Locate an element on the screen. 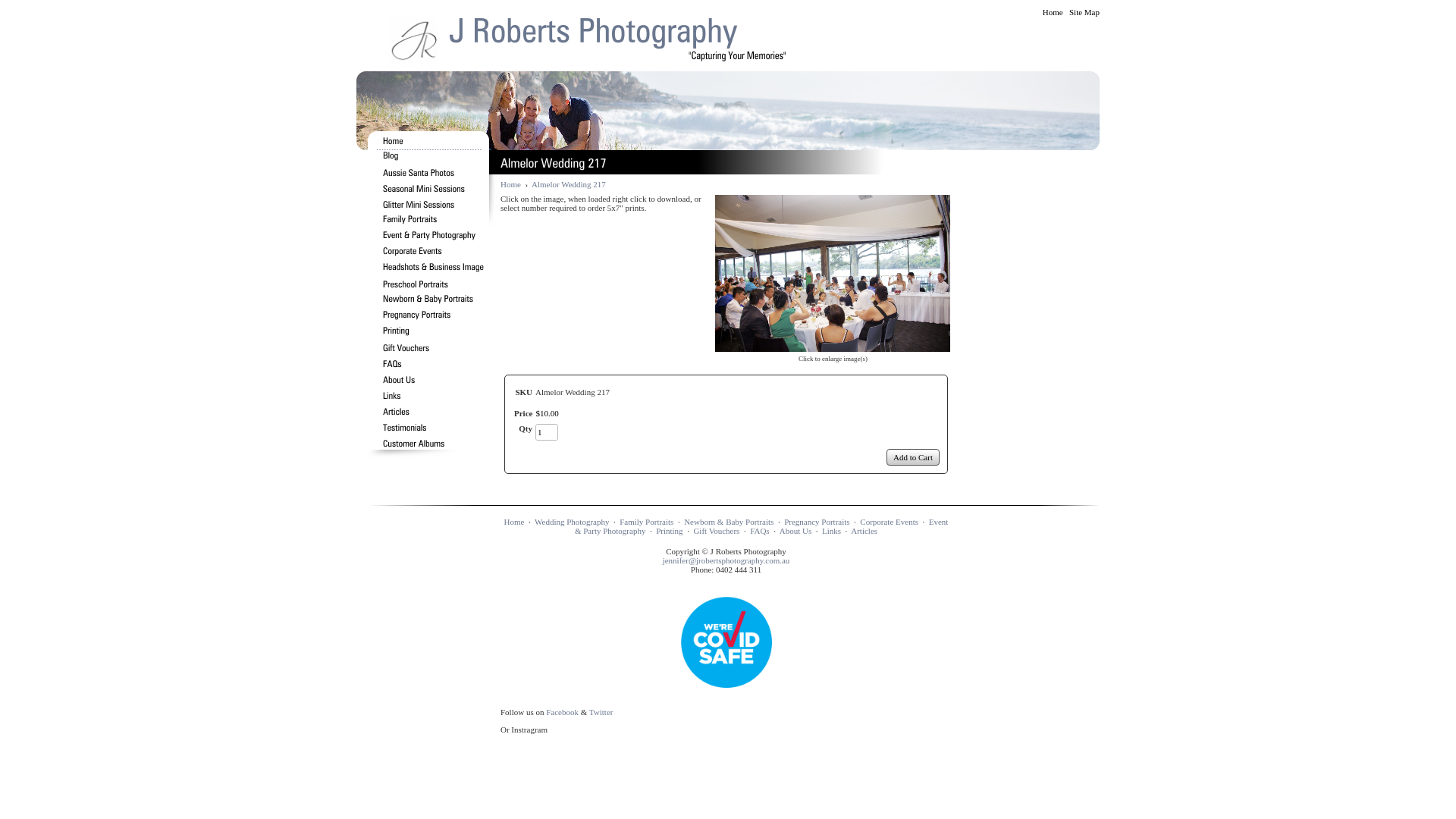 The width and height of the screenshot is (1456, 819). 'Twitter' is located at coordinates (600, 711).